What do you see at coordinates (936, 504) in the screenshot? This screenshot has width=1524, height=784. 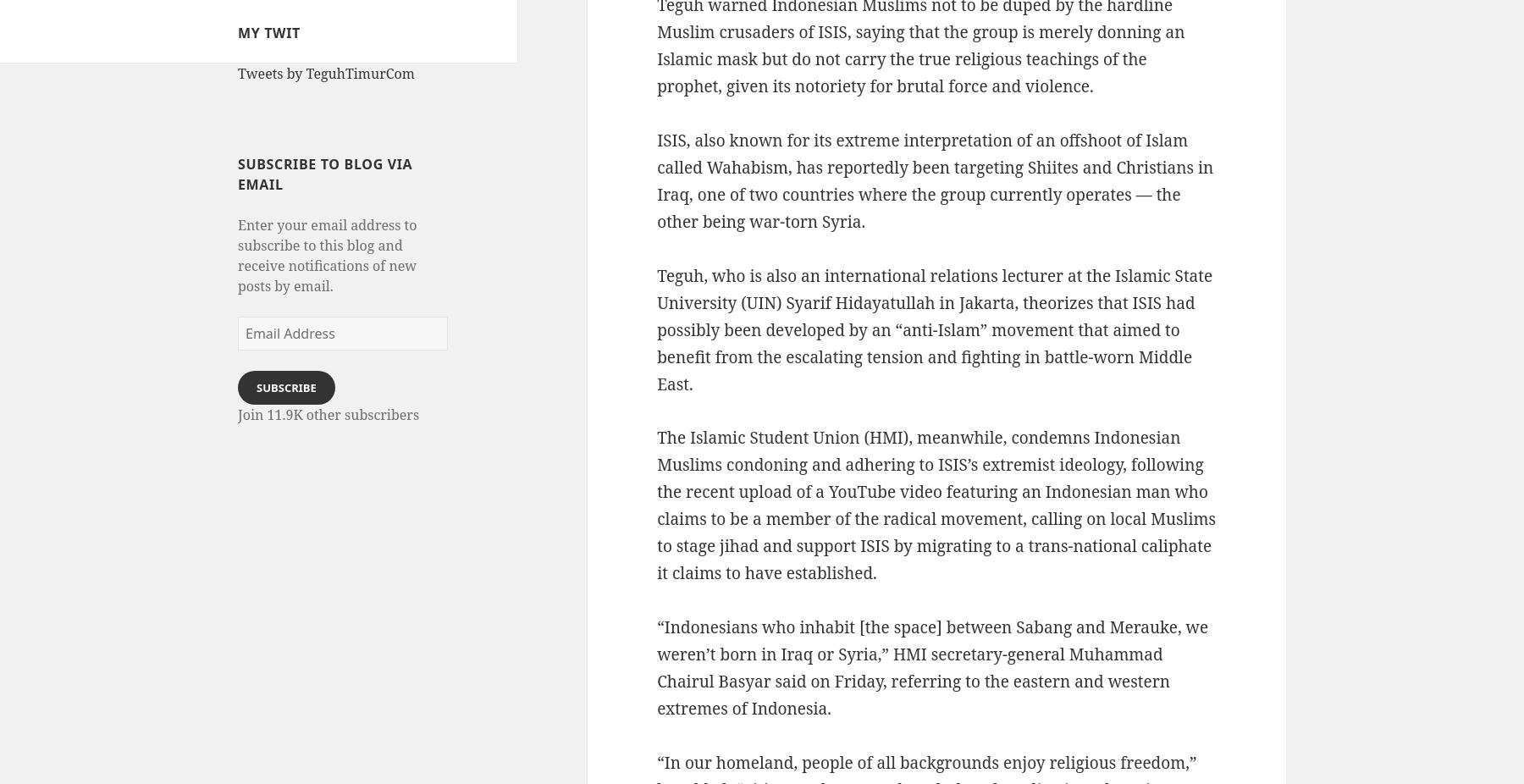 I see `'The Islamic Student Union (HMI), meanwhile, condemns Indonesian Muslims condoning and adhering to ISIS’s extremist ideology, following the recent upload of a YouTube video featuring an Indonesian man who claims to be a member of the radical movement, calling on local Muslims to stage jihad and support ISIS by migrating to a trans-national caliphate it claims to have established.'` at bounding box center [936, 504].